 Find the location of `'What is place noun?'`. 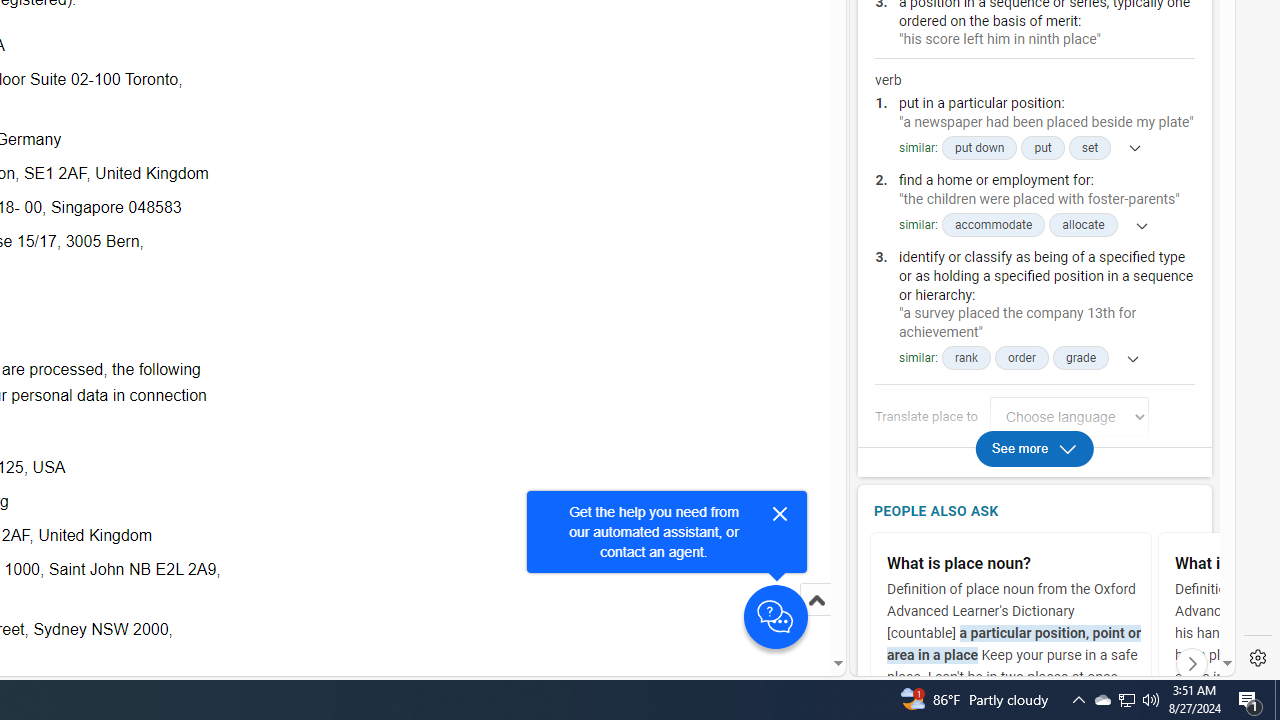

'What is place noun?' is located at coordinates (1015, 564).